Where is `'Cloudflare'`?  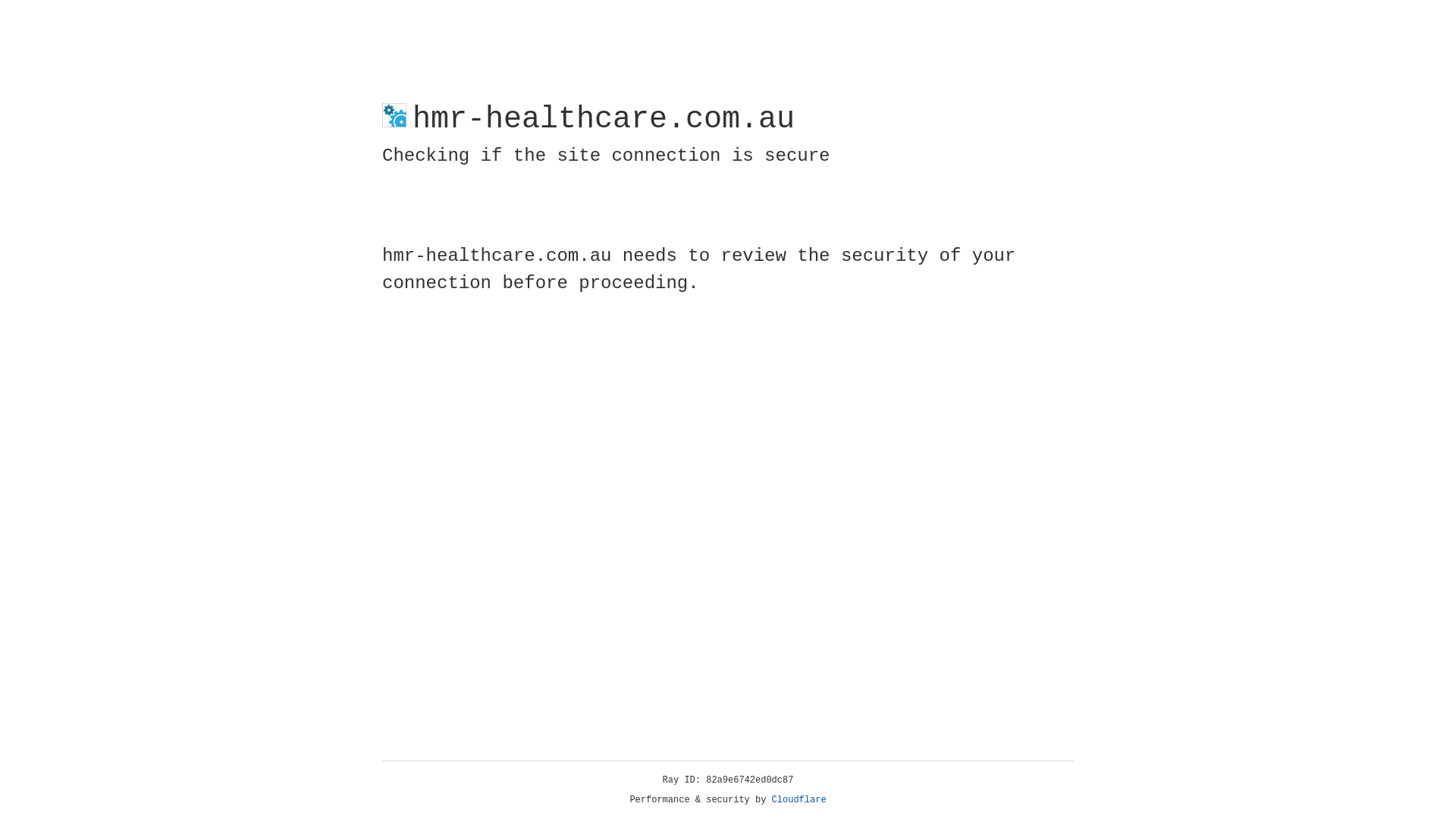
'Cloudflare' is located at coordinates (771, 799).